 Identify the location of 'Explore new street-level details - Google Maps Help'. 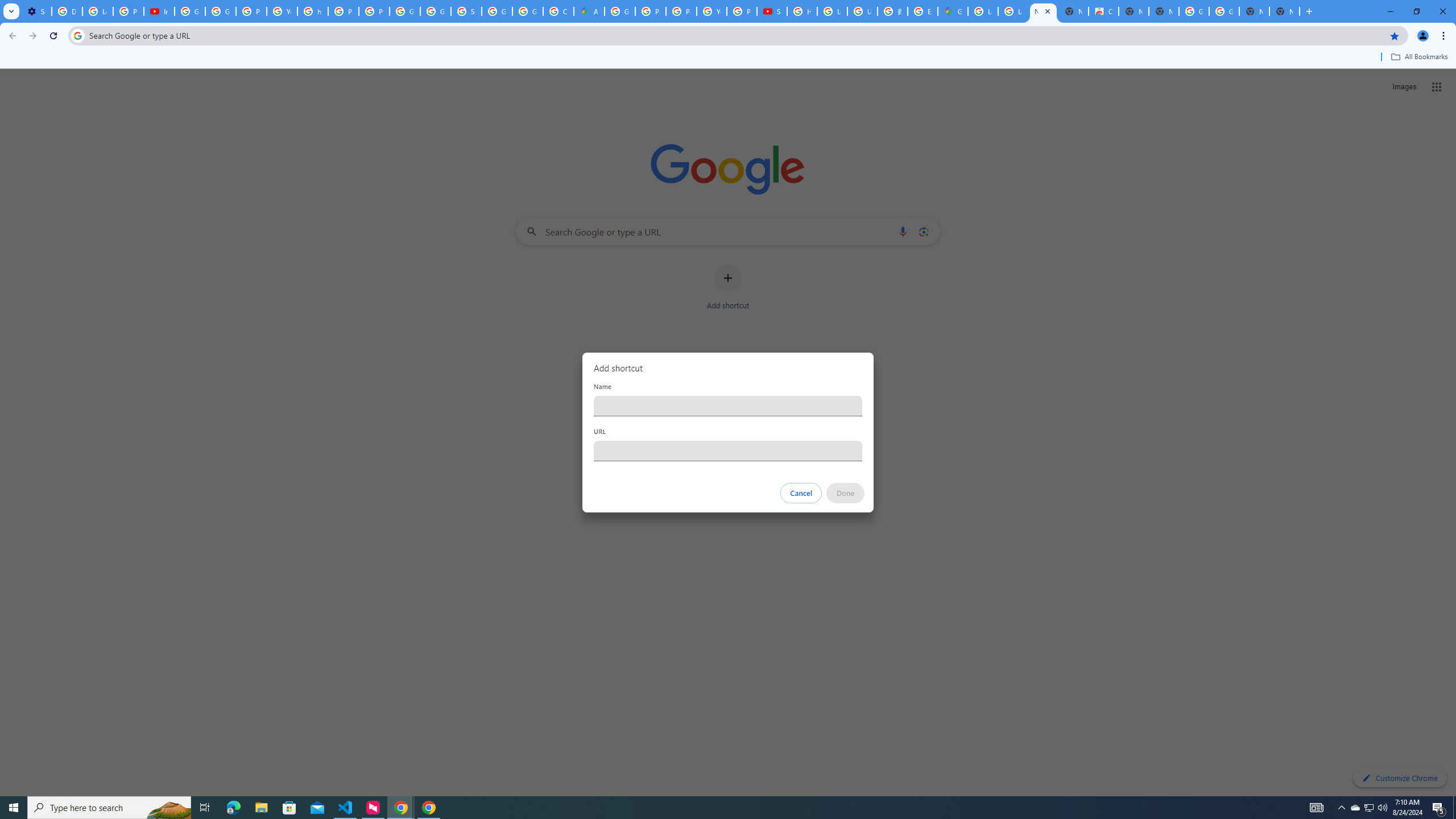
(923, 11).